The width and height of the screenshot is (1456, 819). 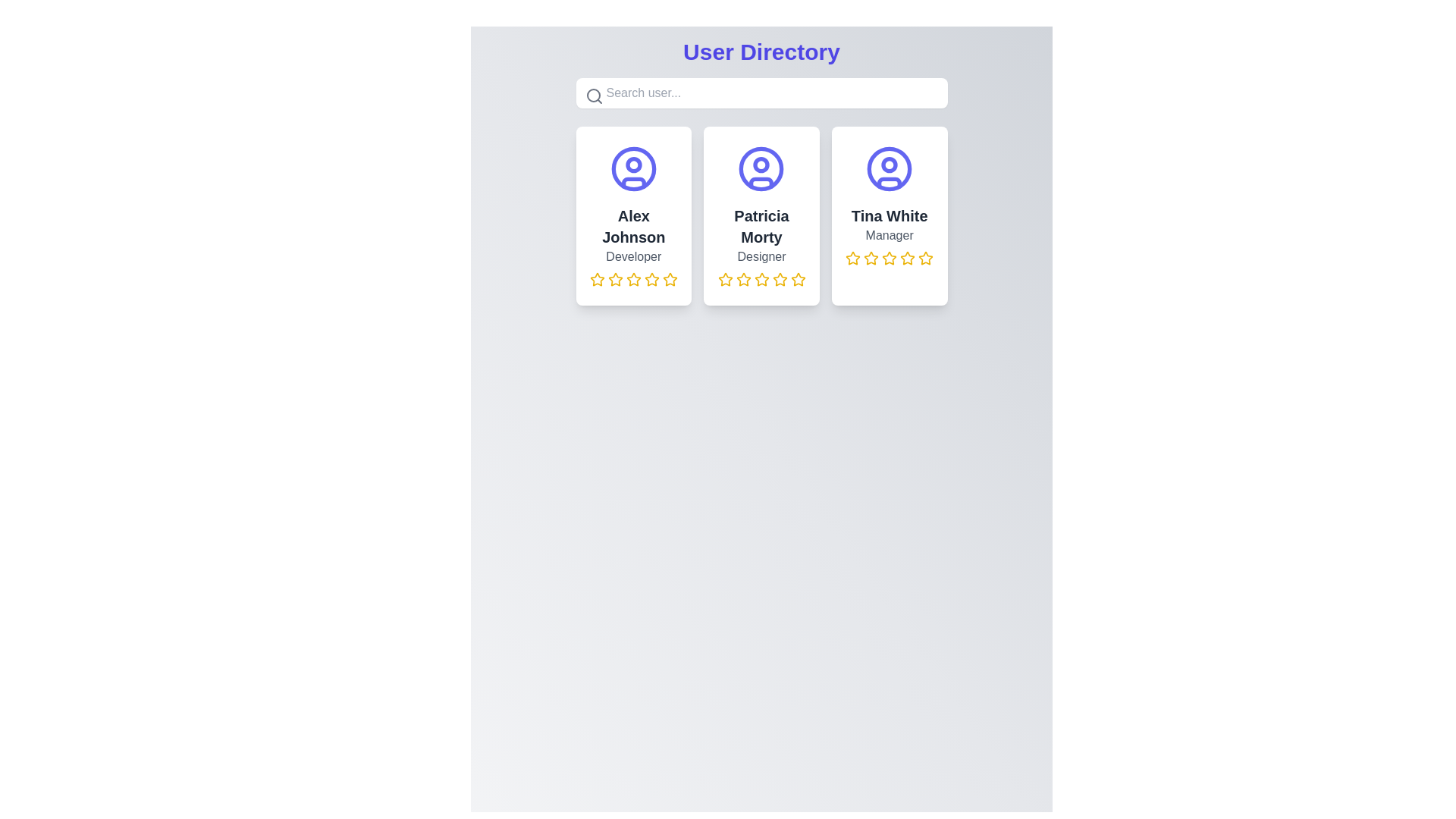 What do you see at coordinates (908, 257) in the screenshot?
I see `the fourth yellow star icon in the rating system below the user card for Tina White` at bounding box center [908, 257].